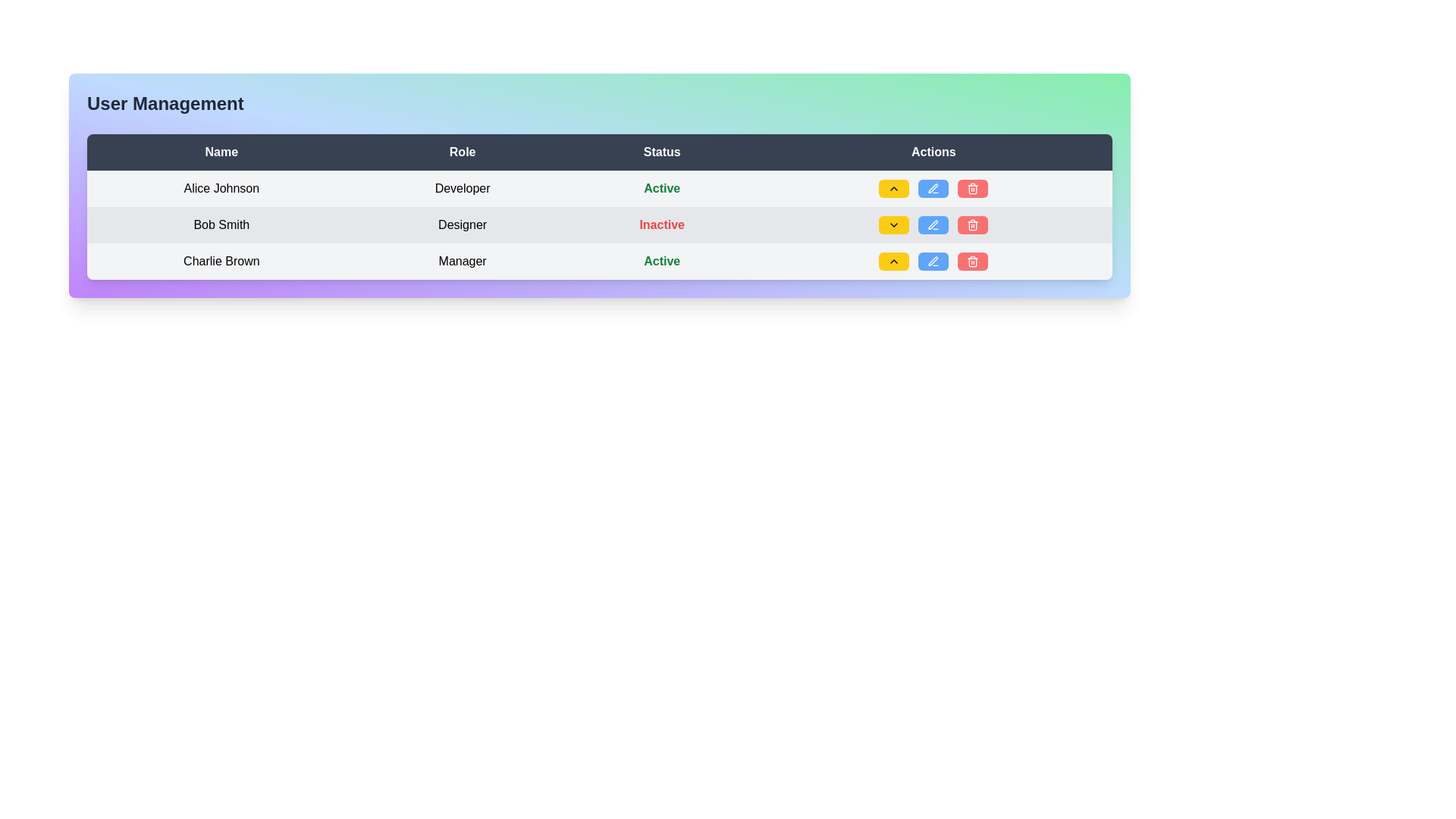 This screenshot has height=819, width=1456. What do you see at coordinates (894, 188) in the screenshot?
I see `the upward-pointing chevron-shaped icon embedded in the yellow rectangular button located in the 'Actions' column of the third row of the table to trigger potential hover effects` at bounding box center [894, 188].